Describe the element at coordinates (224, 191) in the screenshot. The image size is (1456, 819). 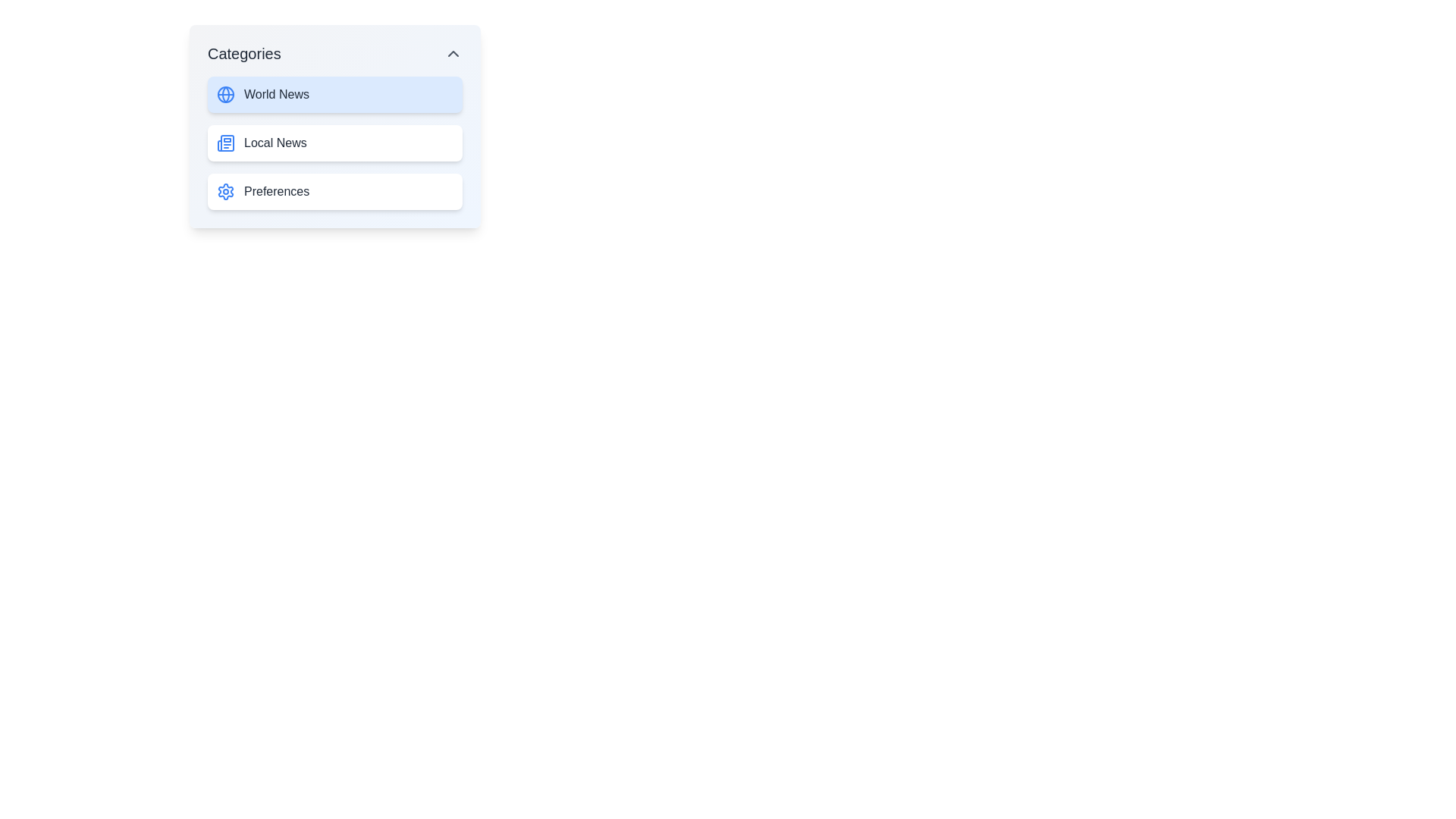
I see `the preferences icon in the left-side menu labeled 'Categories'` at that location.